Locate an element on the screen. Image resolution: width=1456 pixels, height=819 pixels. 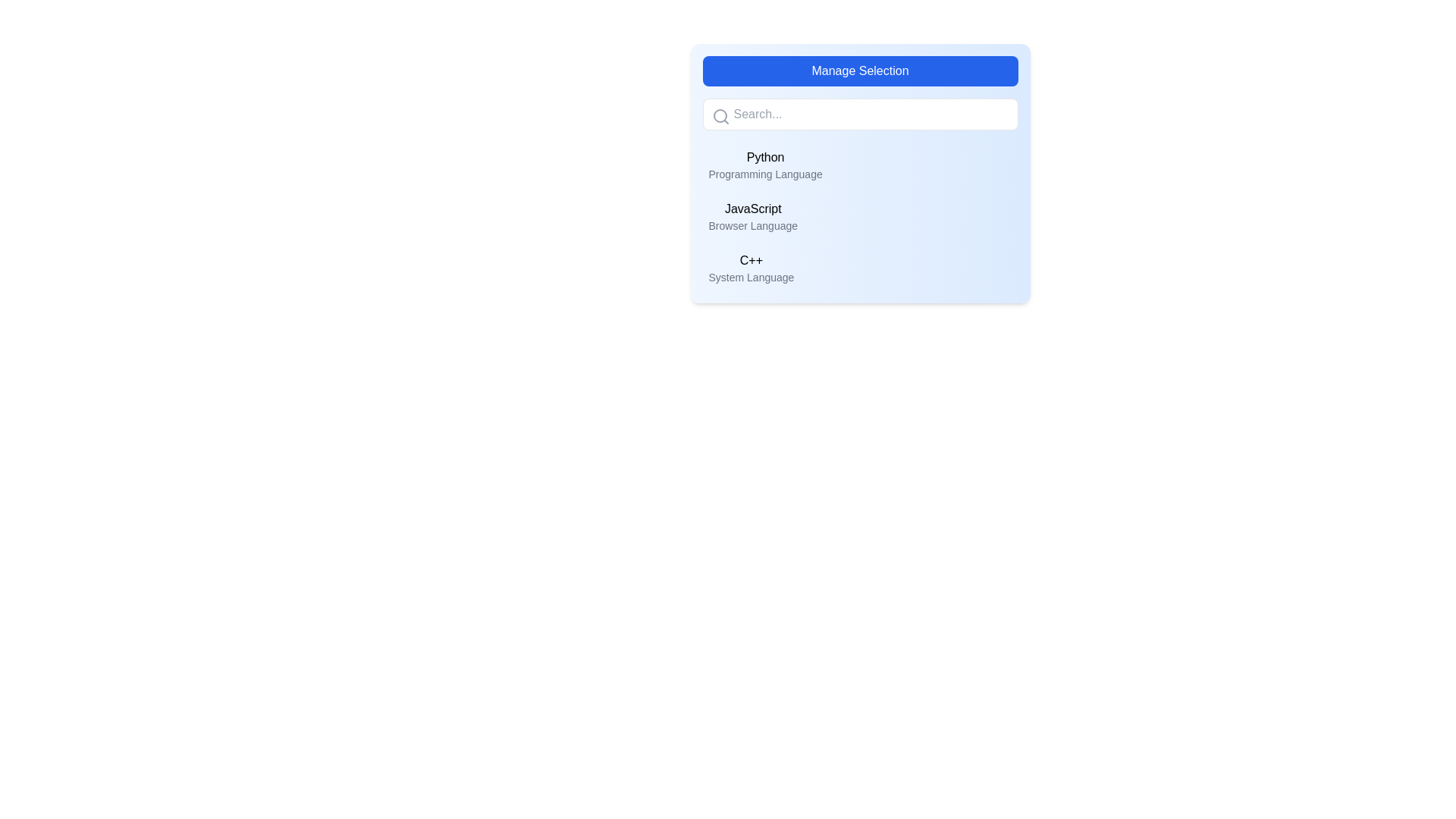
the search input field by clicking on the magnifying glass icon located at the top left corner of the search bar is located at coordinates (720, 116).